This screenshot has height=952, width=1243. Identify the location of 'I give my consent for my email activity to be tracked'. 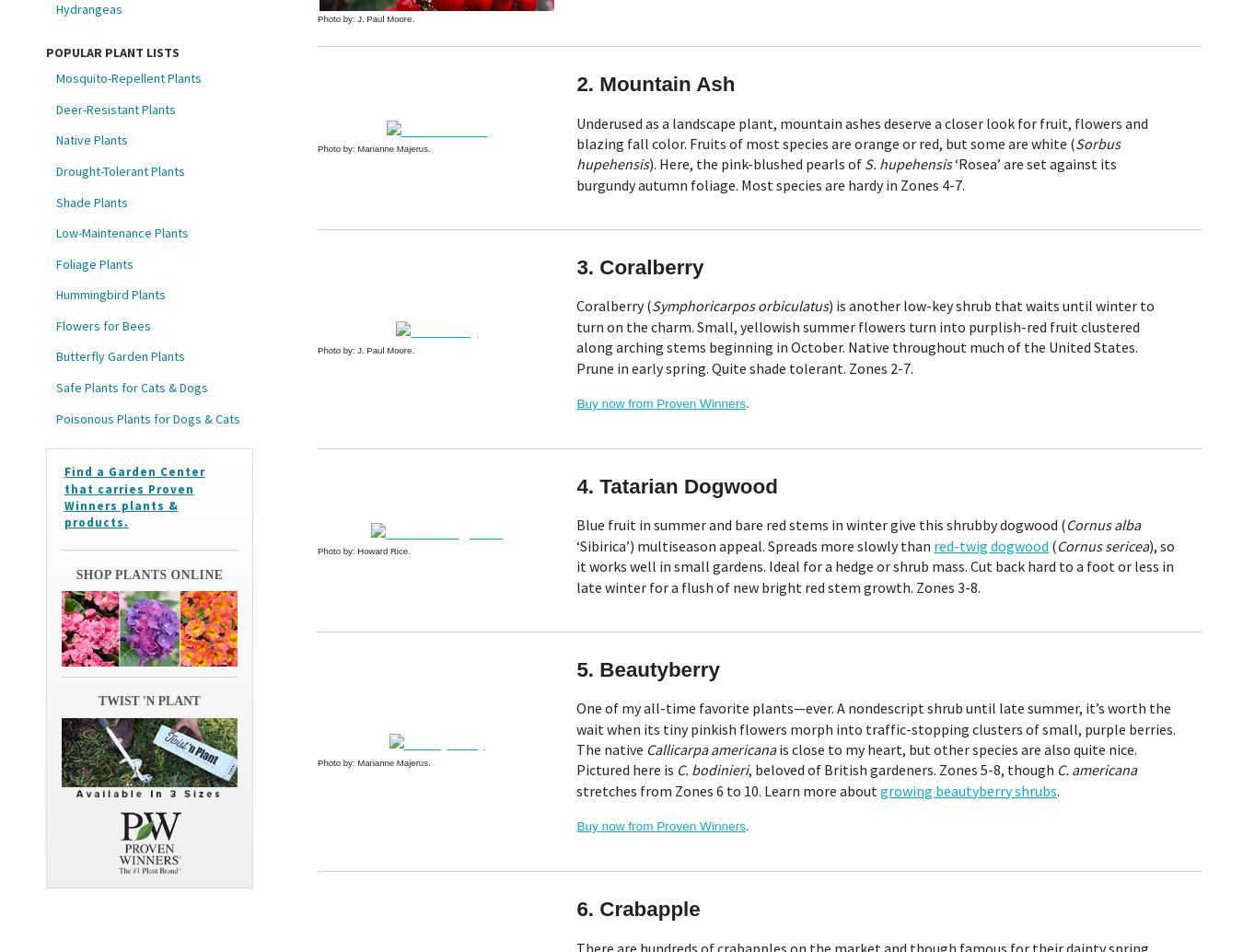
(622, 459).